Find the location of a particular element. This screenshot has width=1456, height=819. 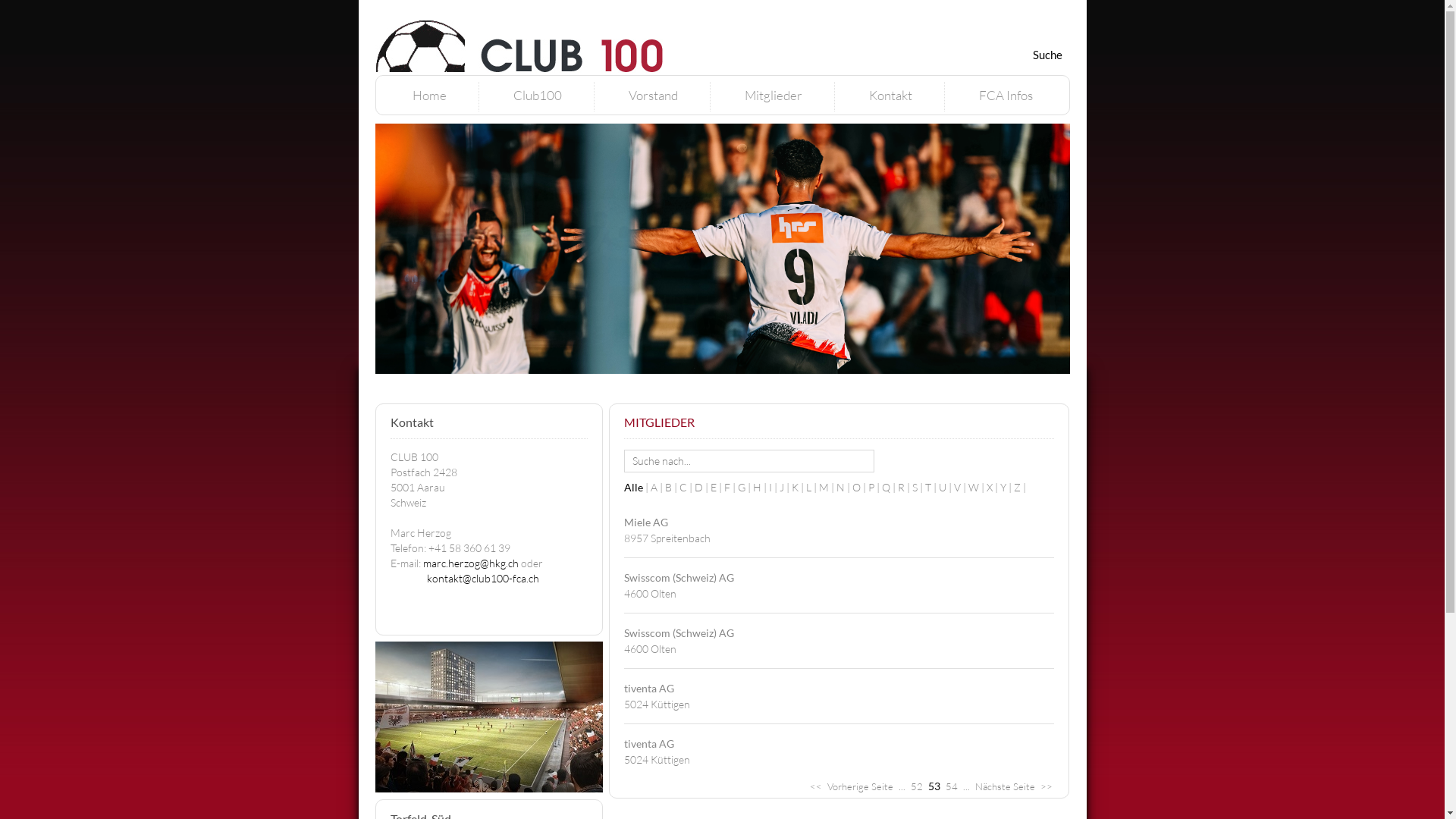

'Alle' is located at coordinates (636, 487).